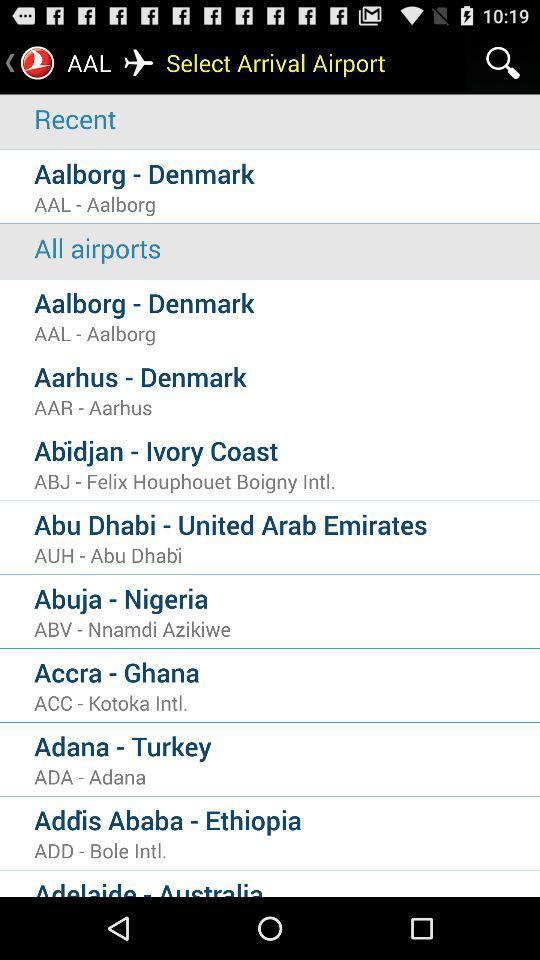 The width and height of the screenshot is (540, 960). What do you see at coordinates (286, 885) in the screenshot?
I see `adelaide - australia item` at bounding box center [286, 885].